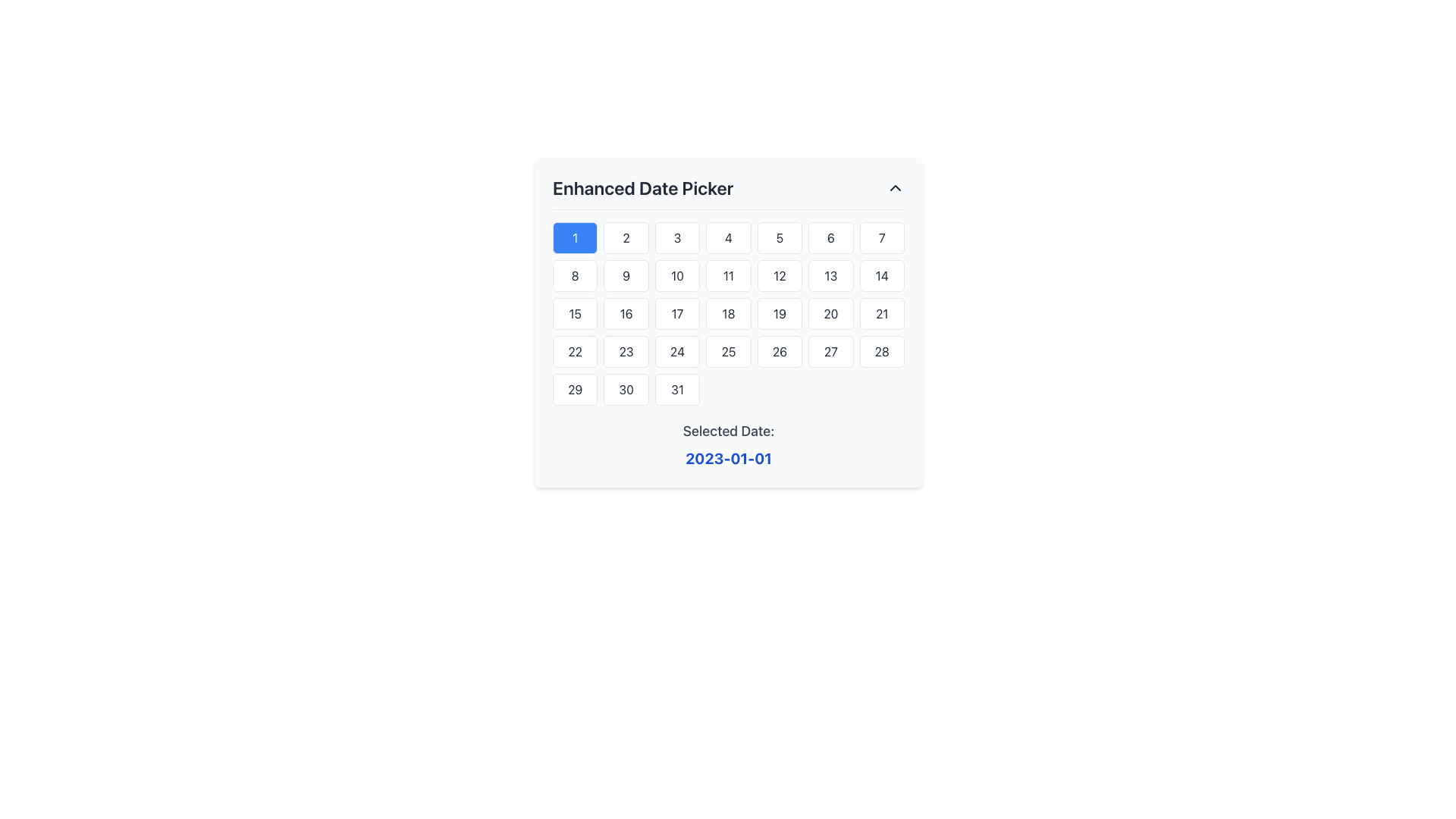 This screenshot has width=1456, height=819. Describe the element at coordinates (574, 275) in the screenshot. I see `the date selection button for the date '8' located in the first column of the second row in the Enhanced Date Picker interface` at that location.